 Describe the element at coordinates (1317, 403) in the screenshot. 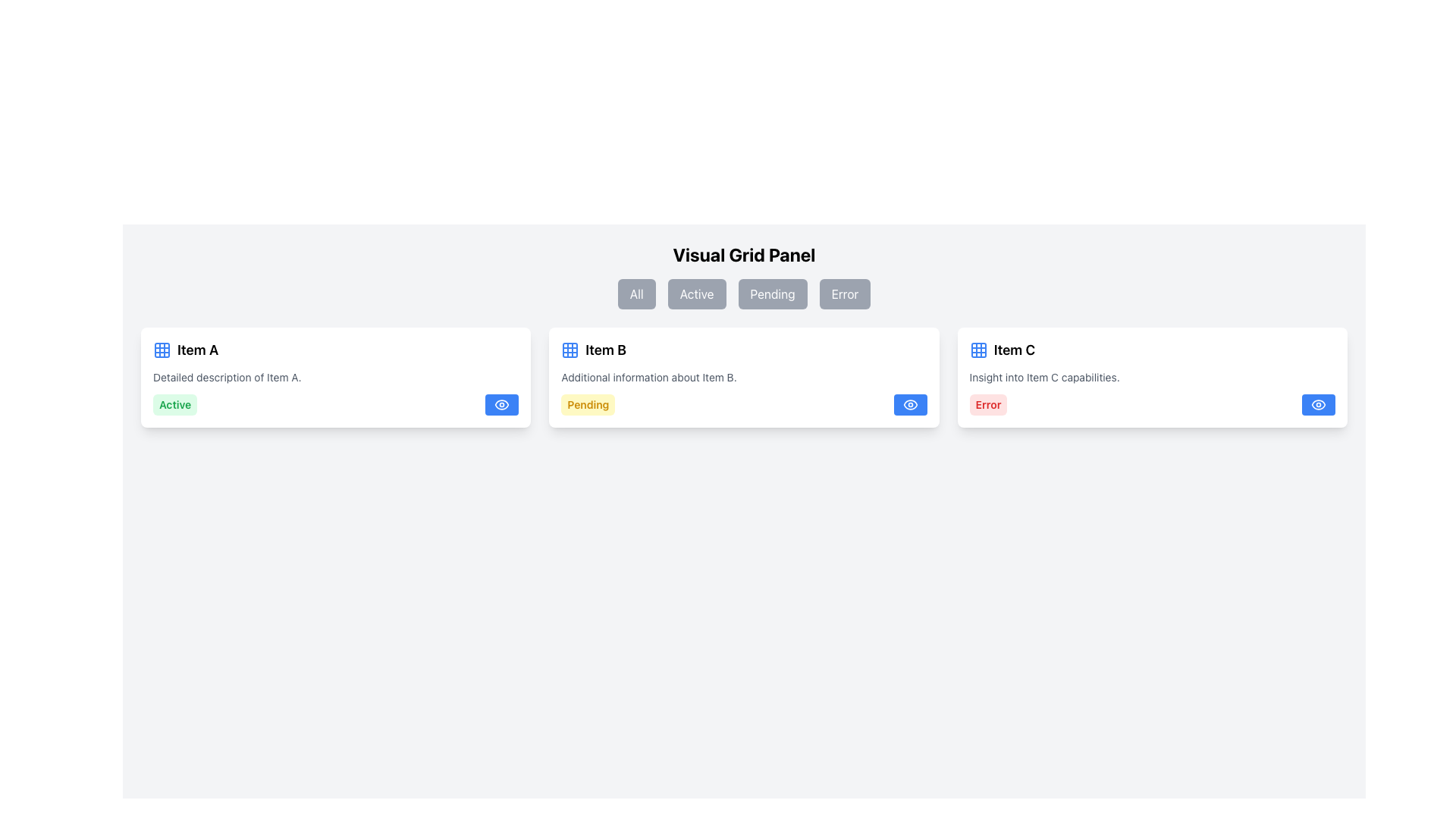

I see `the button located to the right of the 'Error' label within the 'Item C' card` at that location.